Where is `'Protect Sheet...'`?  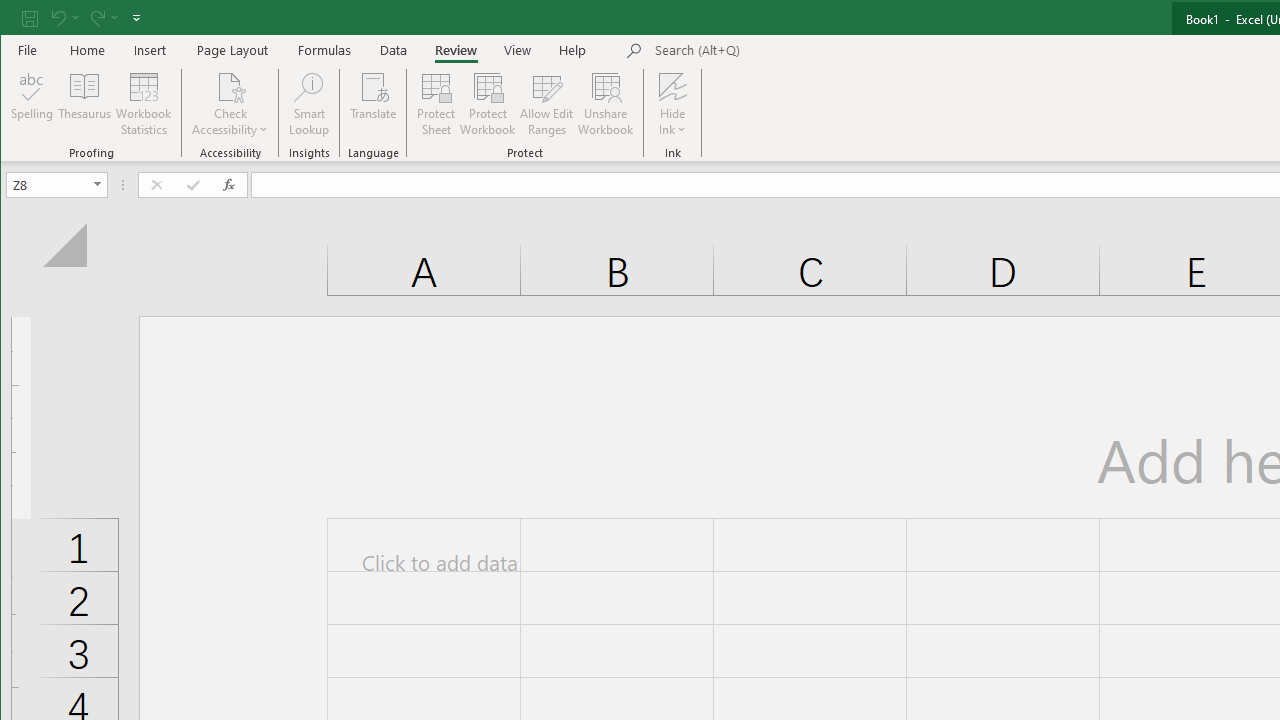 'Protect Sheet...' is located at coordinates (435, 104).